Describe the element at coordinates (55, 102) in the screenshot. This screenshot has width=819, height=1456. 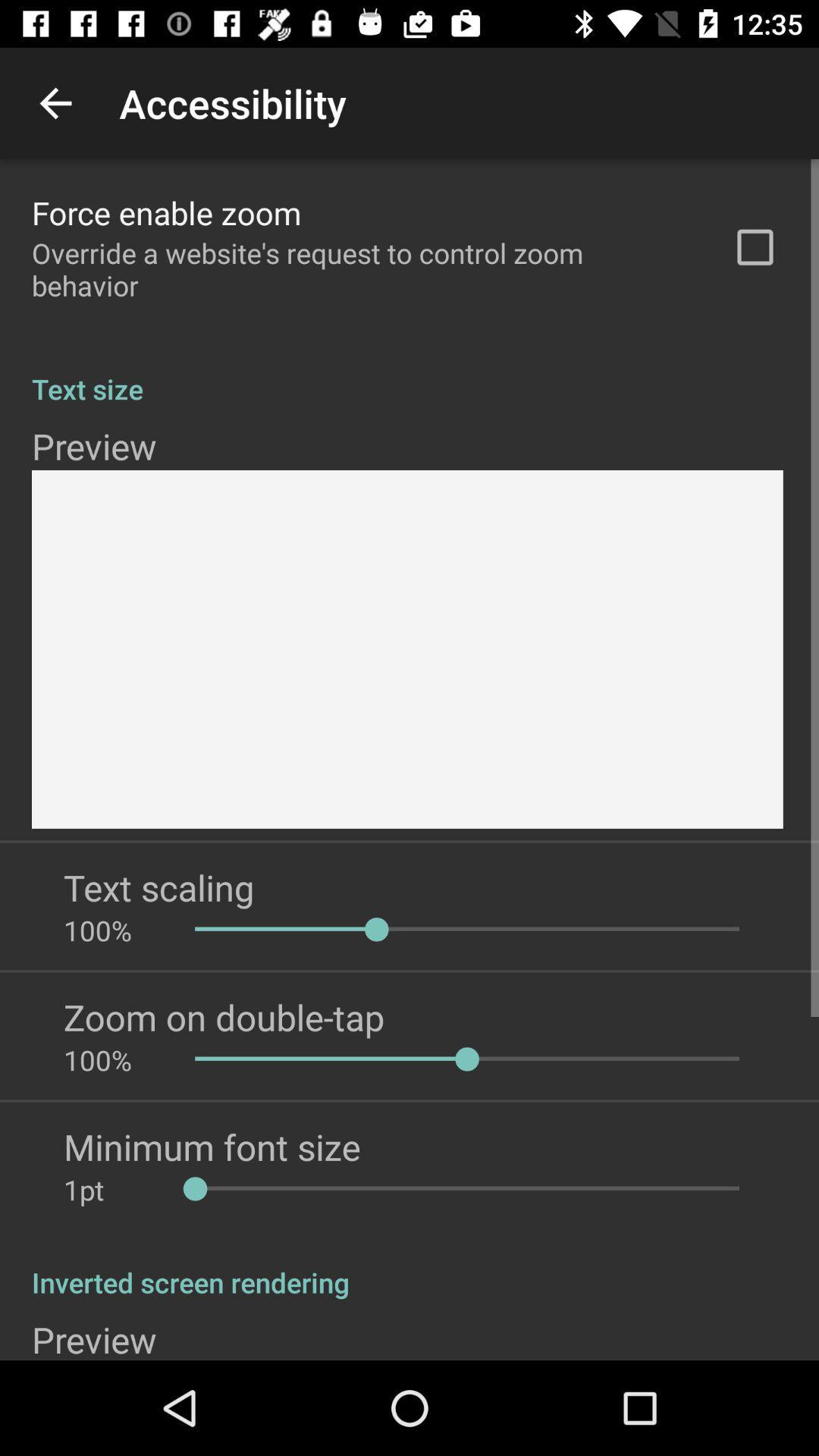
I see `item next to accessibility item` at that location.